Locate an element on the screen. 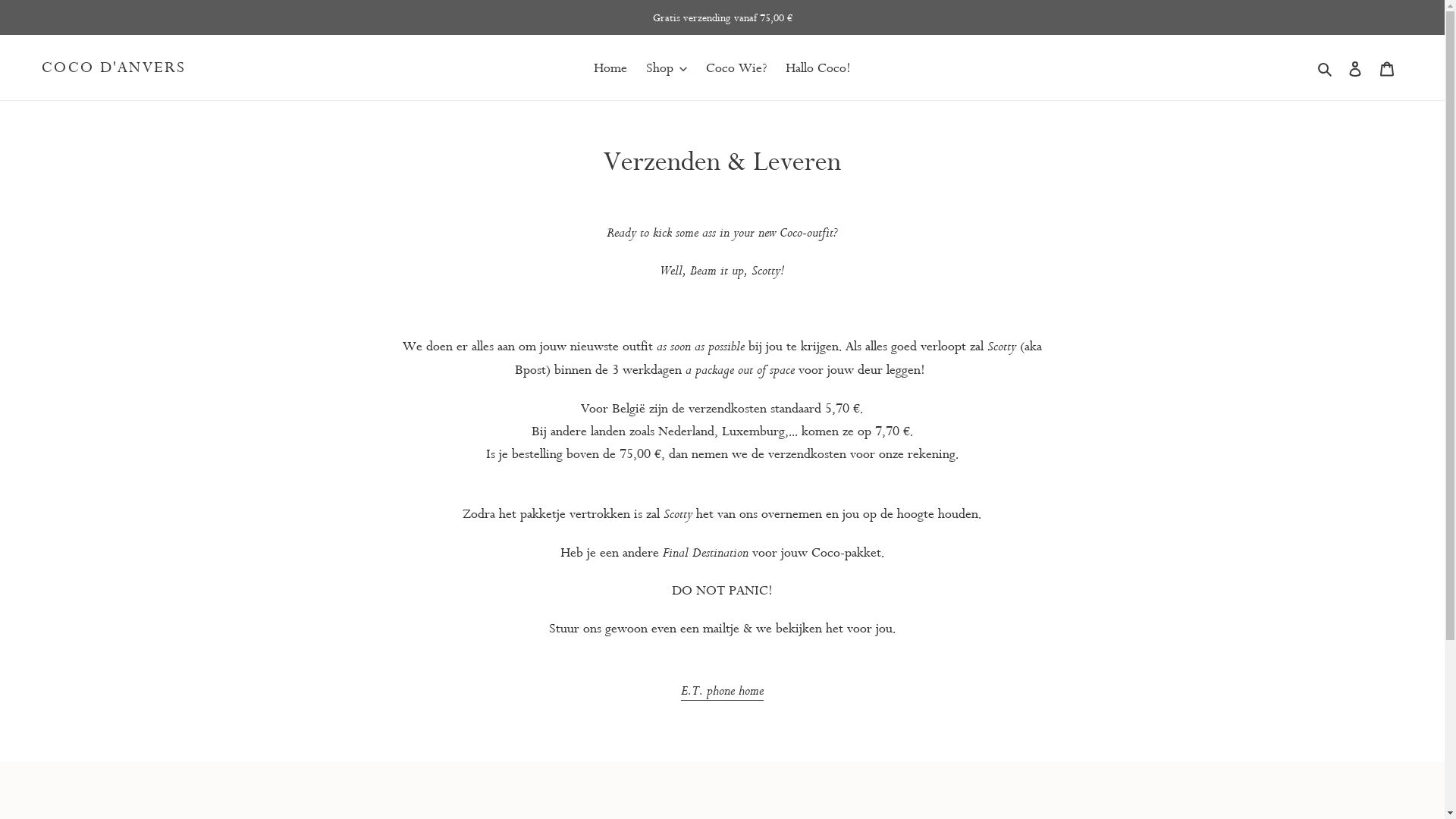 The height and width of the screenshot is (819, 1456). 'Zoeken' is located at coordinates (1312, 66).